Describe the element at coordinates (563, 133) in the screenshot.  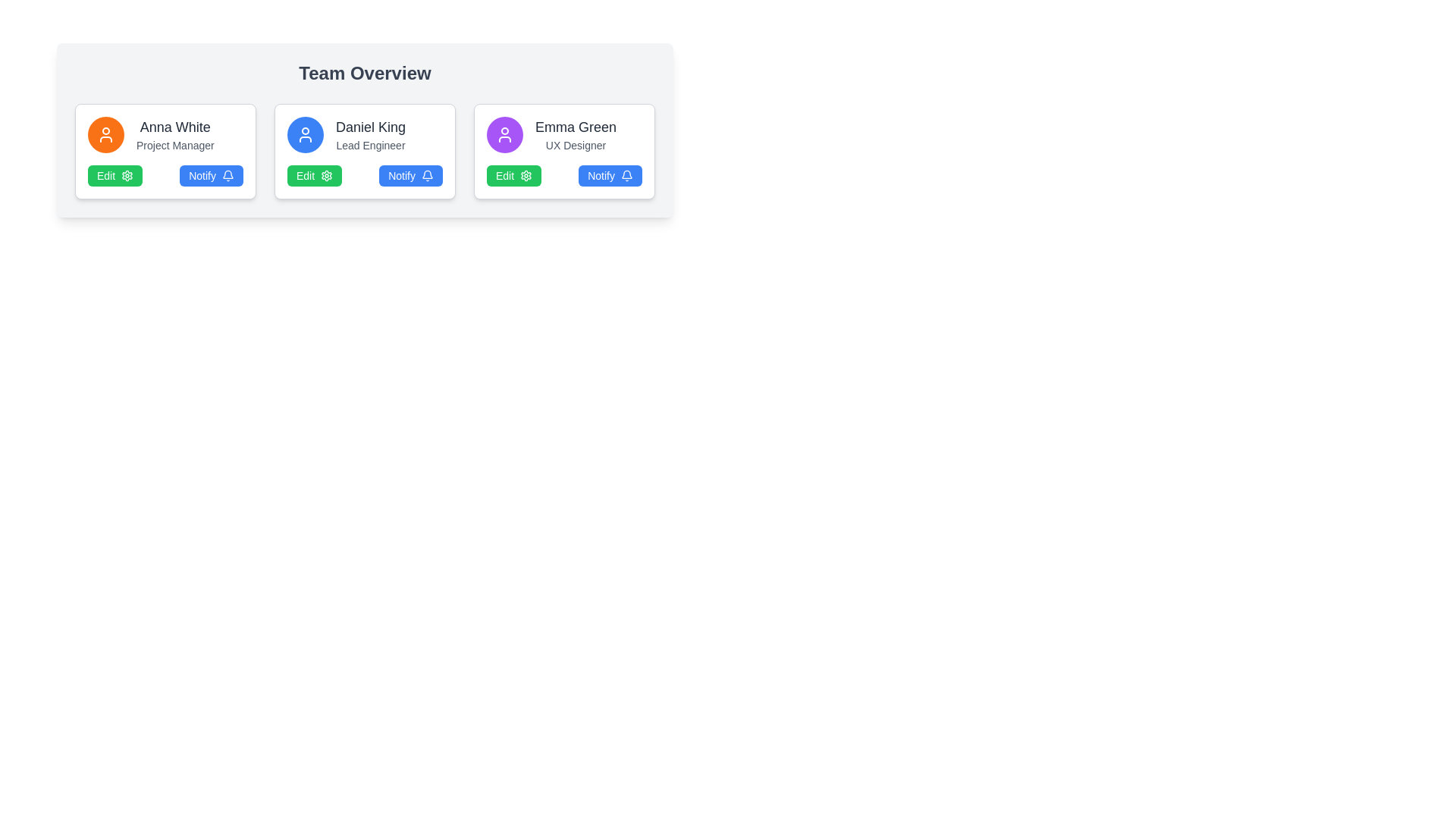
I see `displayed name and role of the team member in the Profile display component located in the third card from the left under the 'Team Overview' section` at that location.